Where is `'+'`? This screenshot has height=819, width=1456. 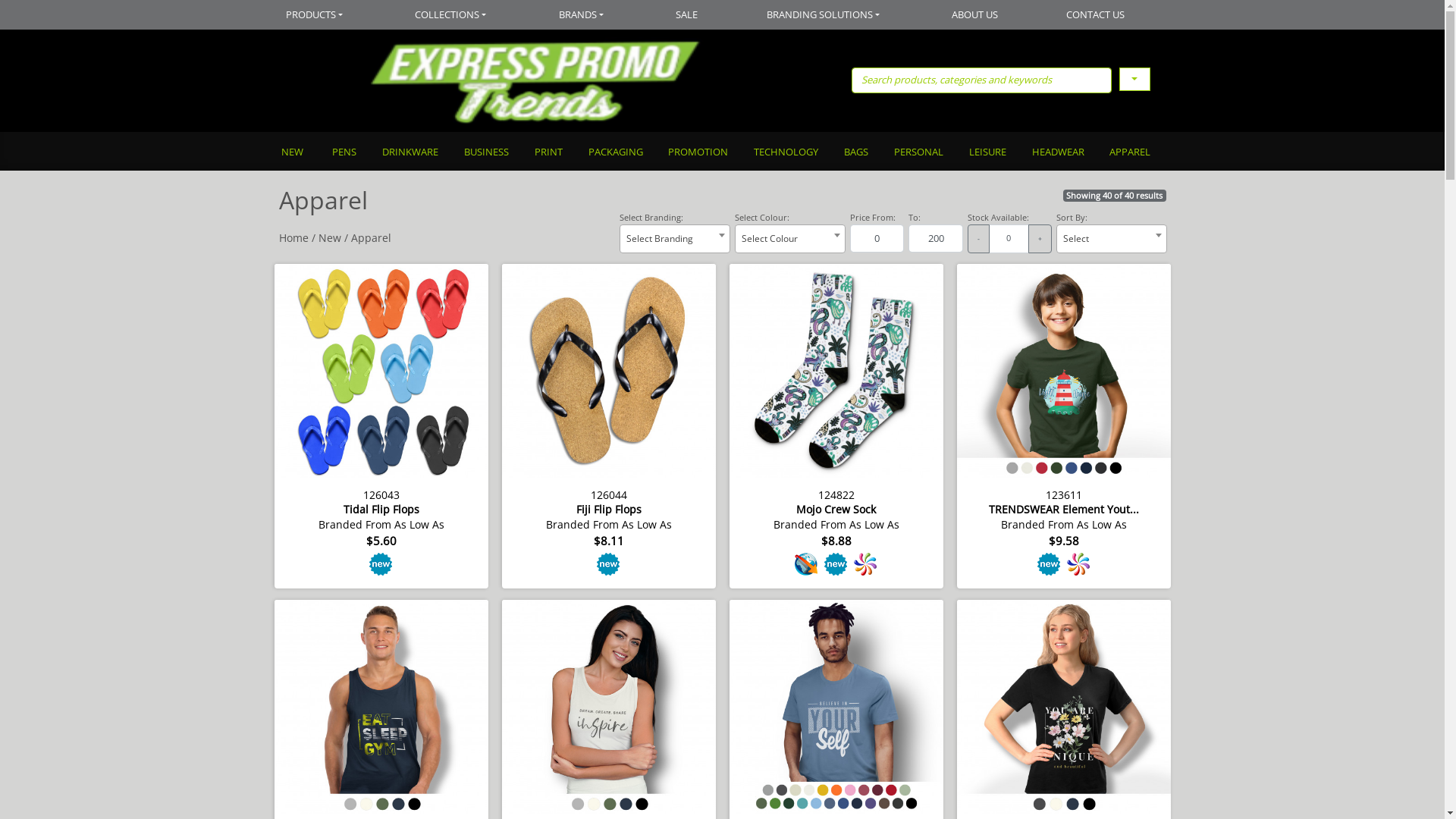
'+' is located at coordinates (1039, 239).